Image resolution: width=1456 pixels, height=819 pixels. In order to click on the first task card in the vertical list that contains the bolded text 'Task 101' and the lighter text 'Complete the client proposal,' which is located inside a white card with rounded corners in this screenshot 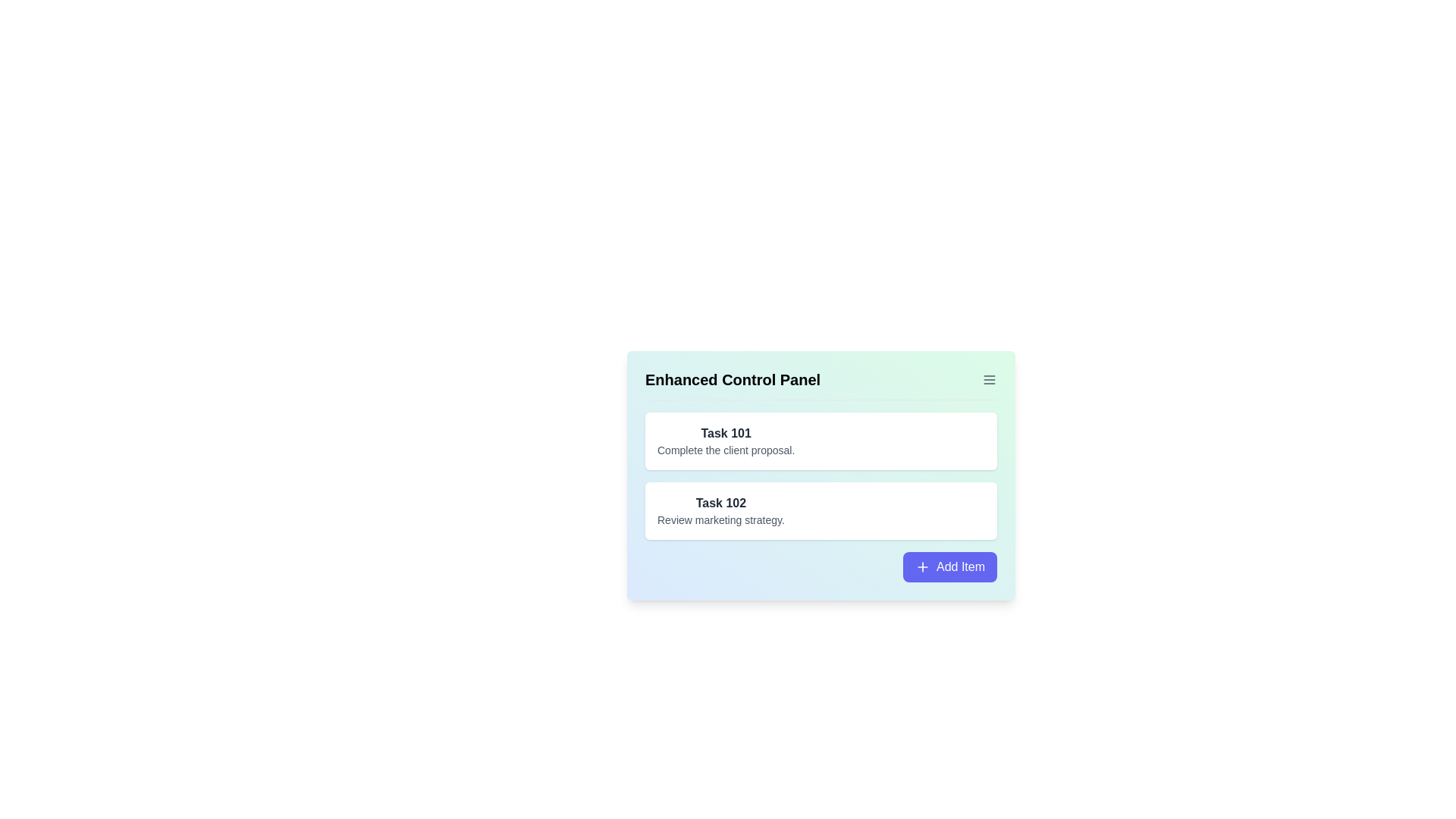, I will do `click(725, 441)`.